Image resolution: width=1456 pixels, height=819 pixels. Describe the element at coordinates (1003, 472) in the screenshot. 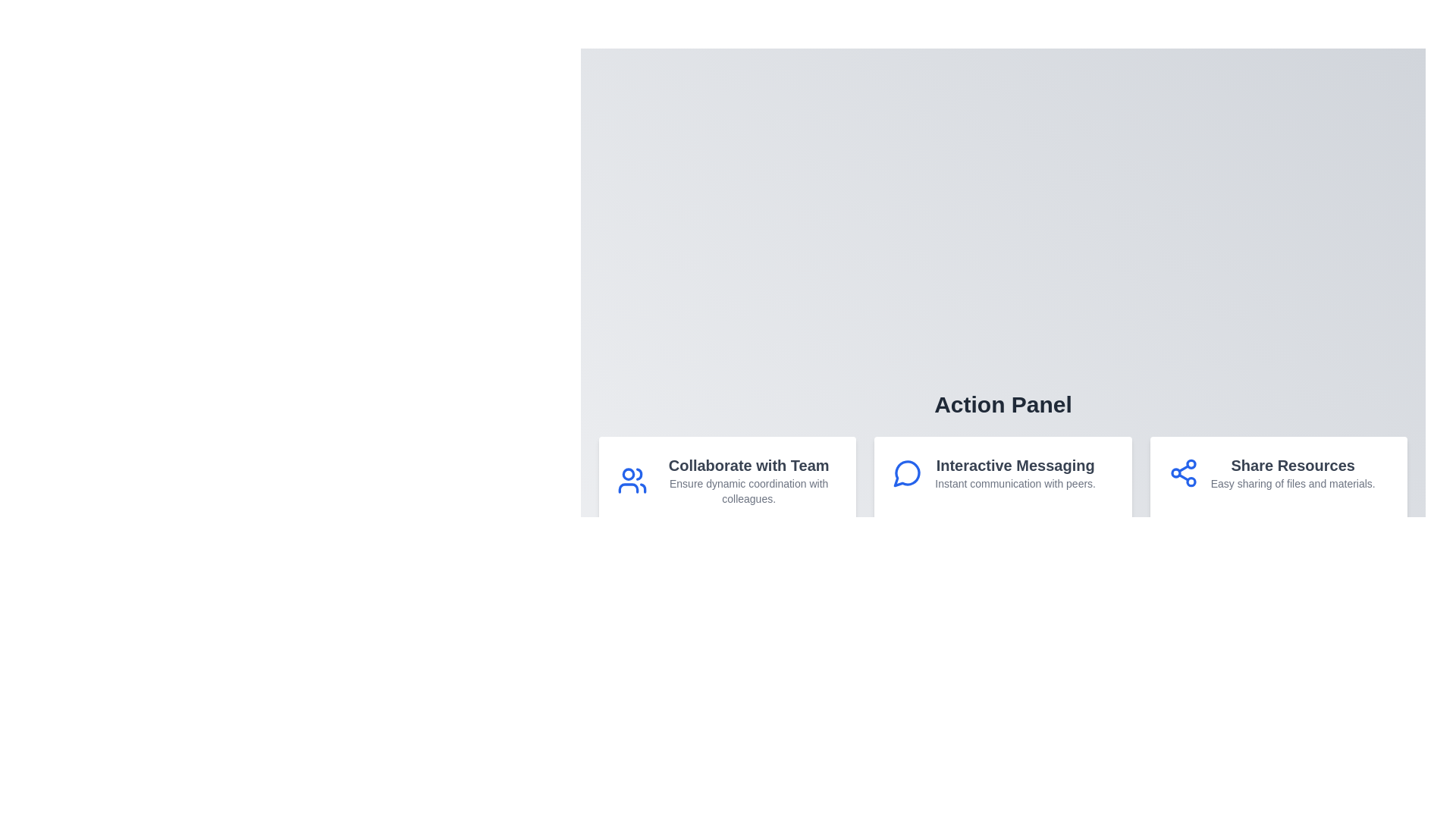

I see `the second feature box` at that location.